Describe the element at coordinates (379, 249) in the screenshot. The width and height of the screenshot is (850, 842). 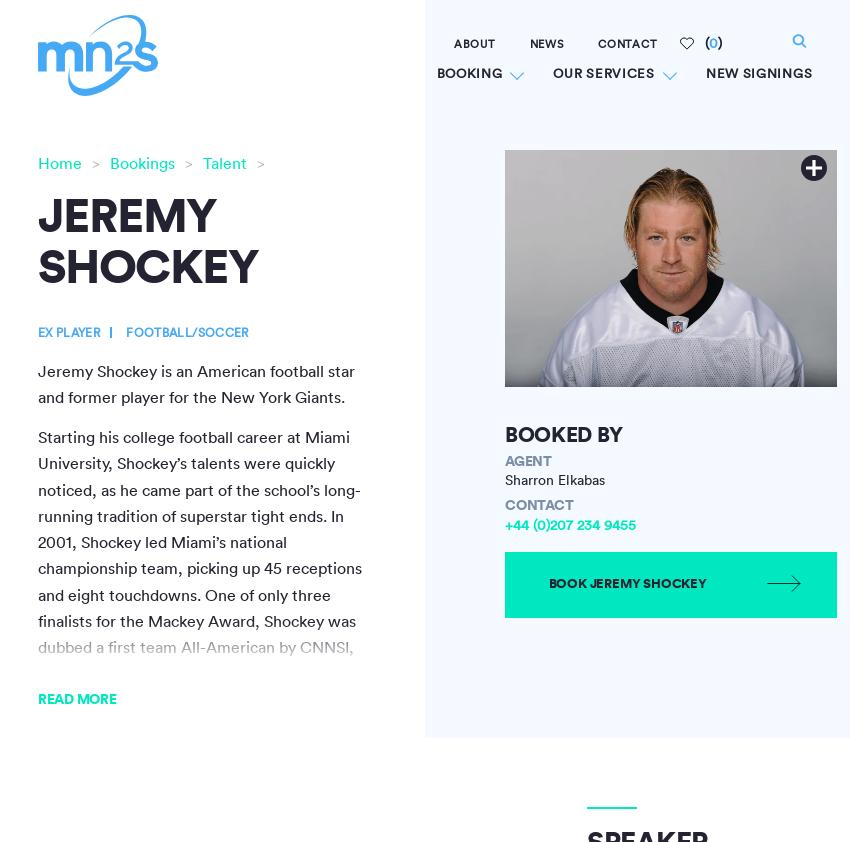
I see `'CELEBRITY DJ'` at that location.